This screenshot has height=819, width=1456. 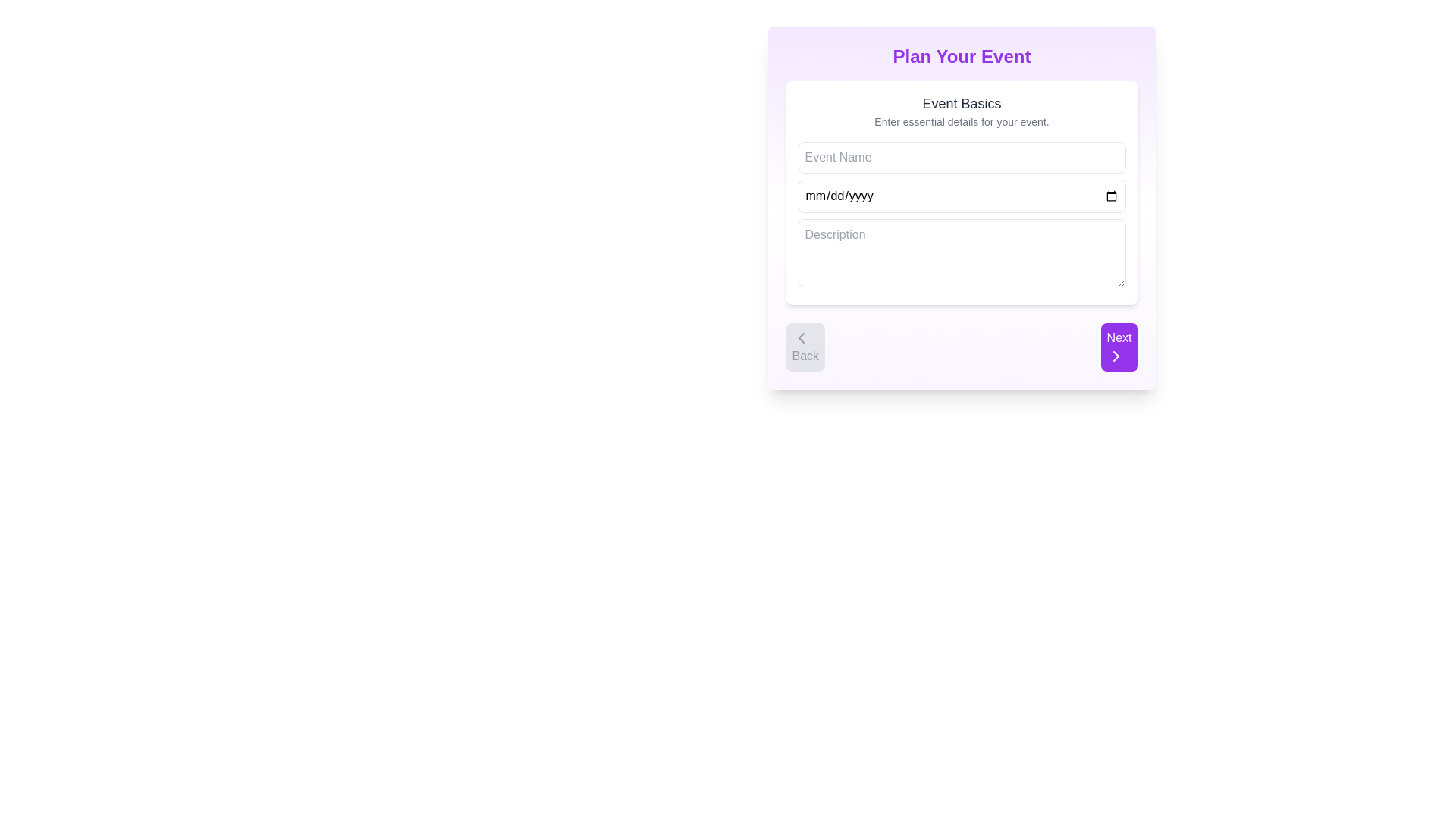 I want to click on the decorative back icon located at the bottom-left corner of the dialog box, which is part of the 'Back' button, so click(x=800, y=337).